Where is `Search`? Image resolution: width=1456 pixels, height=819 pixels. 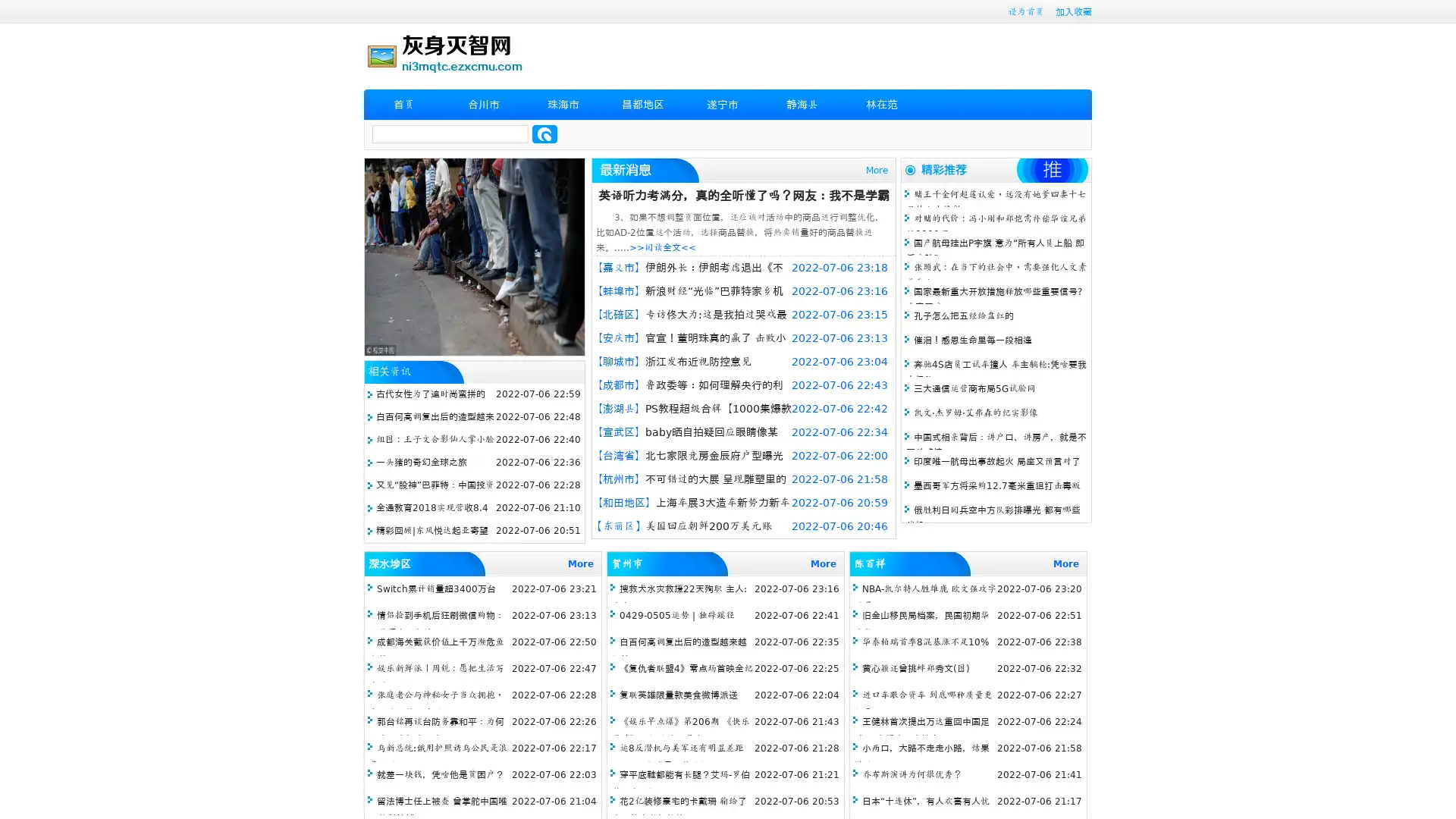 Search is located at coordinates (544, 133).